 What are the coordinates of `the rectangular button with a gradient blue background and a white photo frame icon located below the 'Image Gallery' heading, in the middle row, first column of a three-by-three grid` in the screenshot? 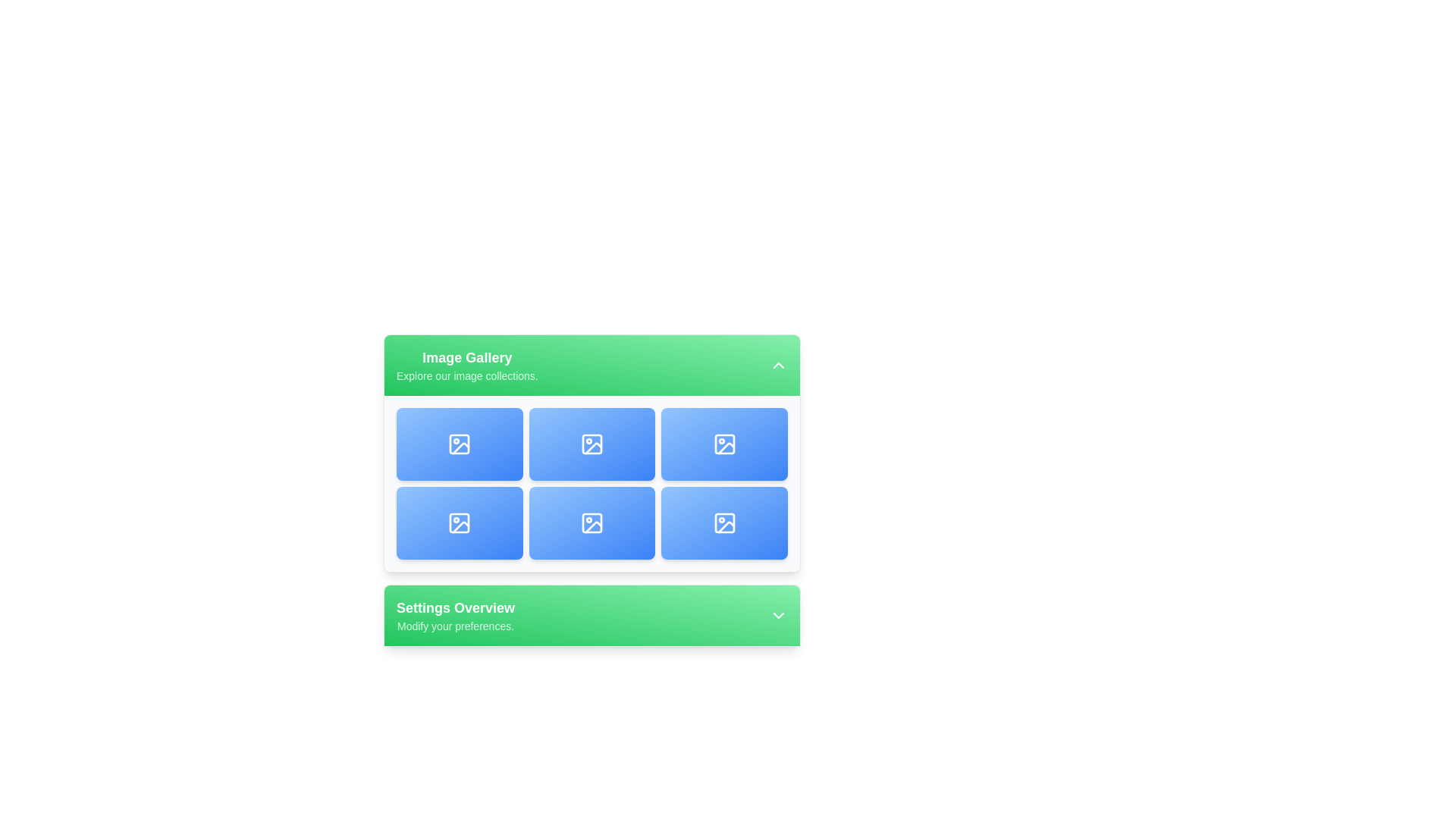 It's located at (459, 522).